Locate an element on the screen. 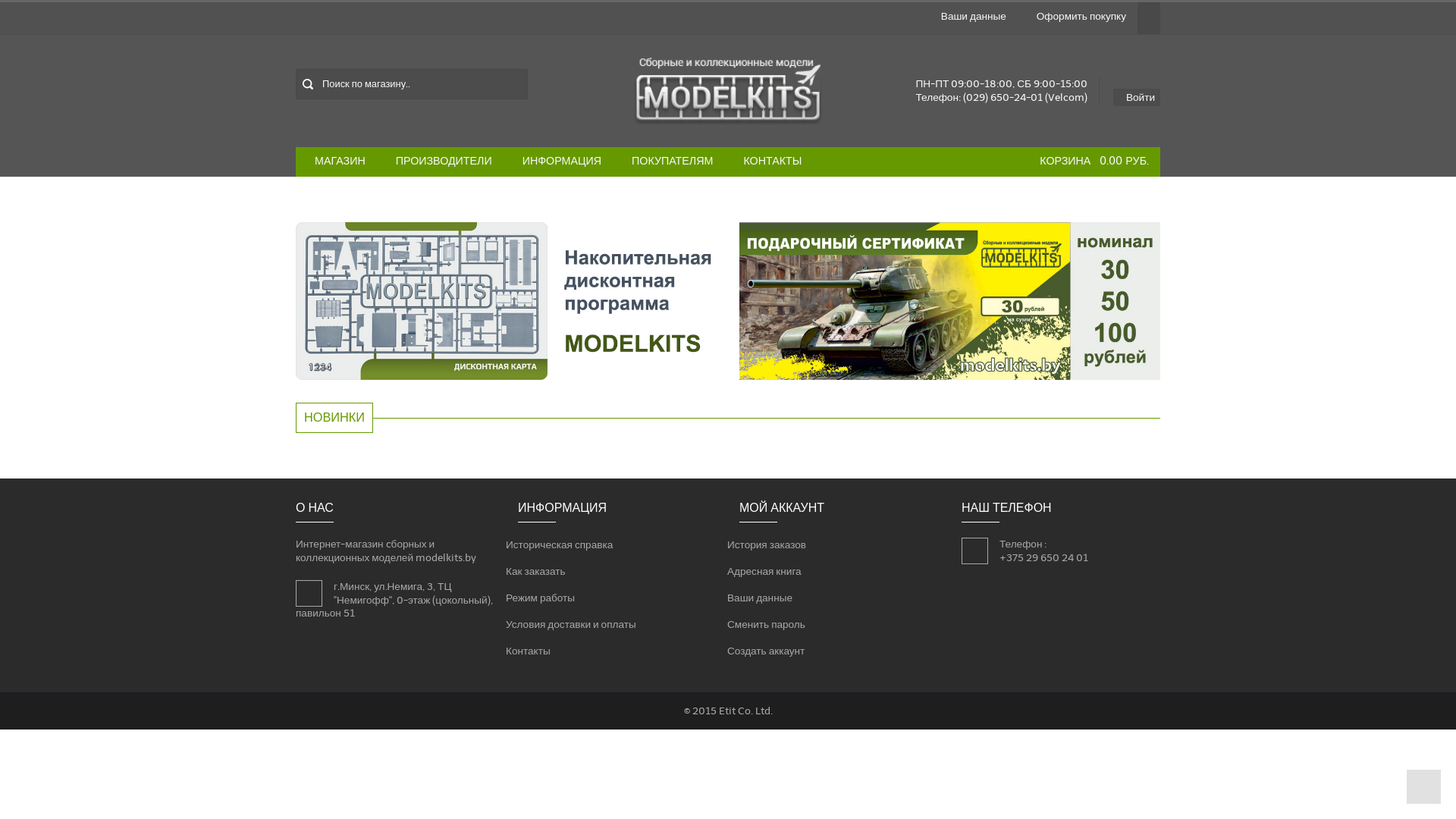 This screenshot has height=819, width=1456. 'Back to Top' is located at coordinates (1423, 786).